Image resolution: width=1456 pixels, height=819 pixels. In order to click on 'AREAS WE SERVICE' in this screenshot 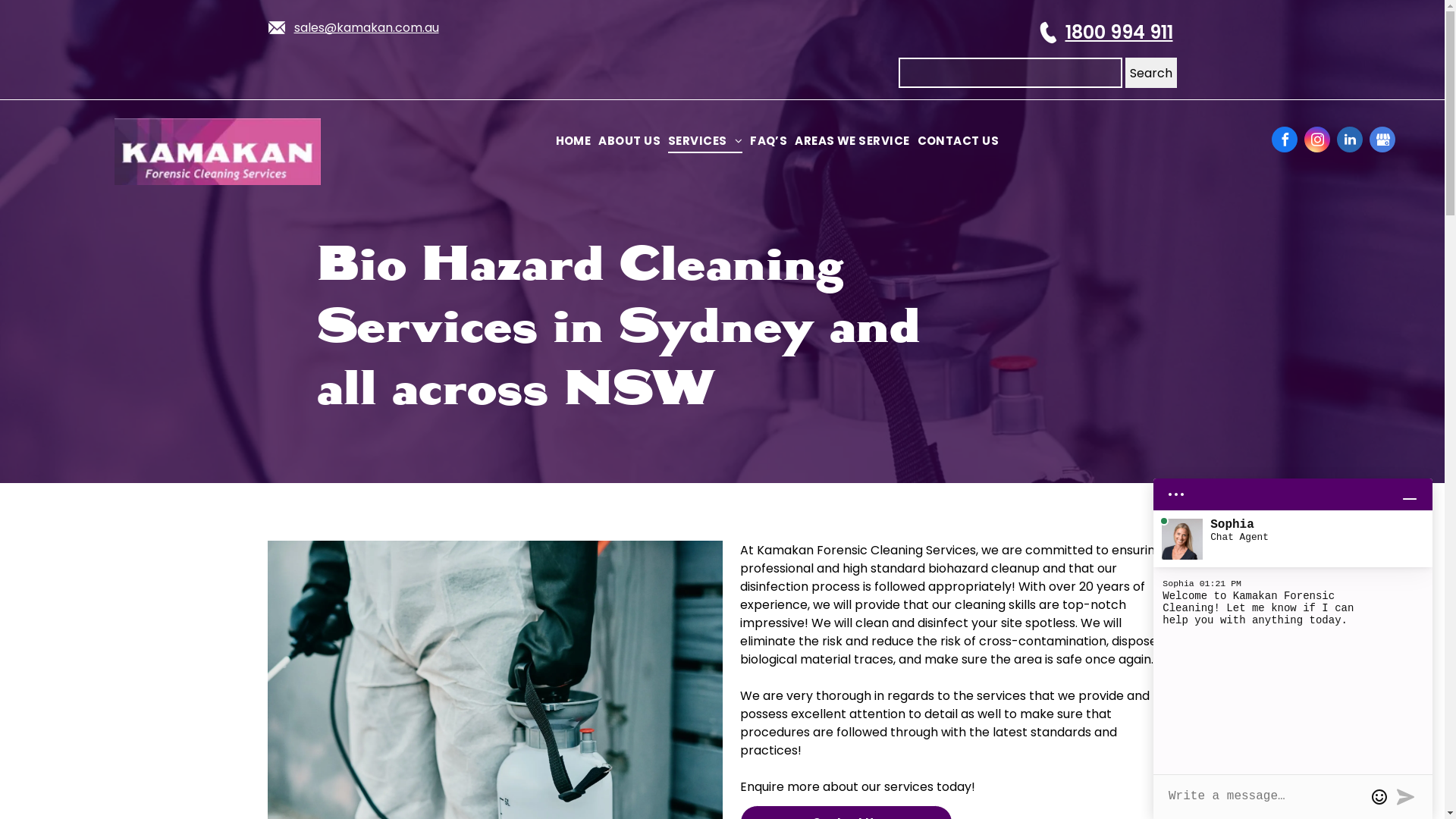, I will do `click(789, 141)`.